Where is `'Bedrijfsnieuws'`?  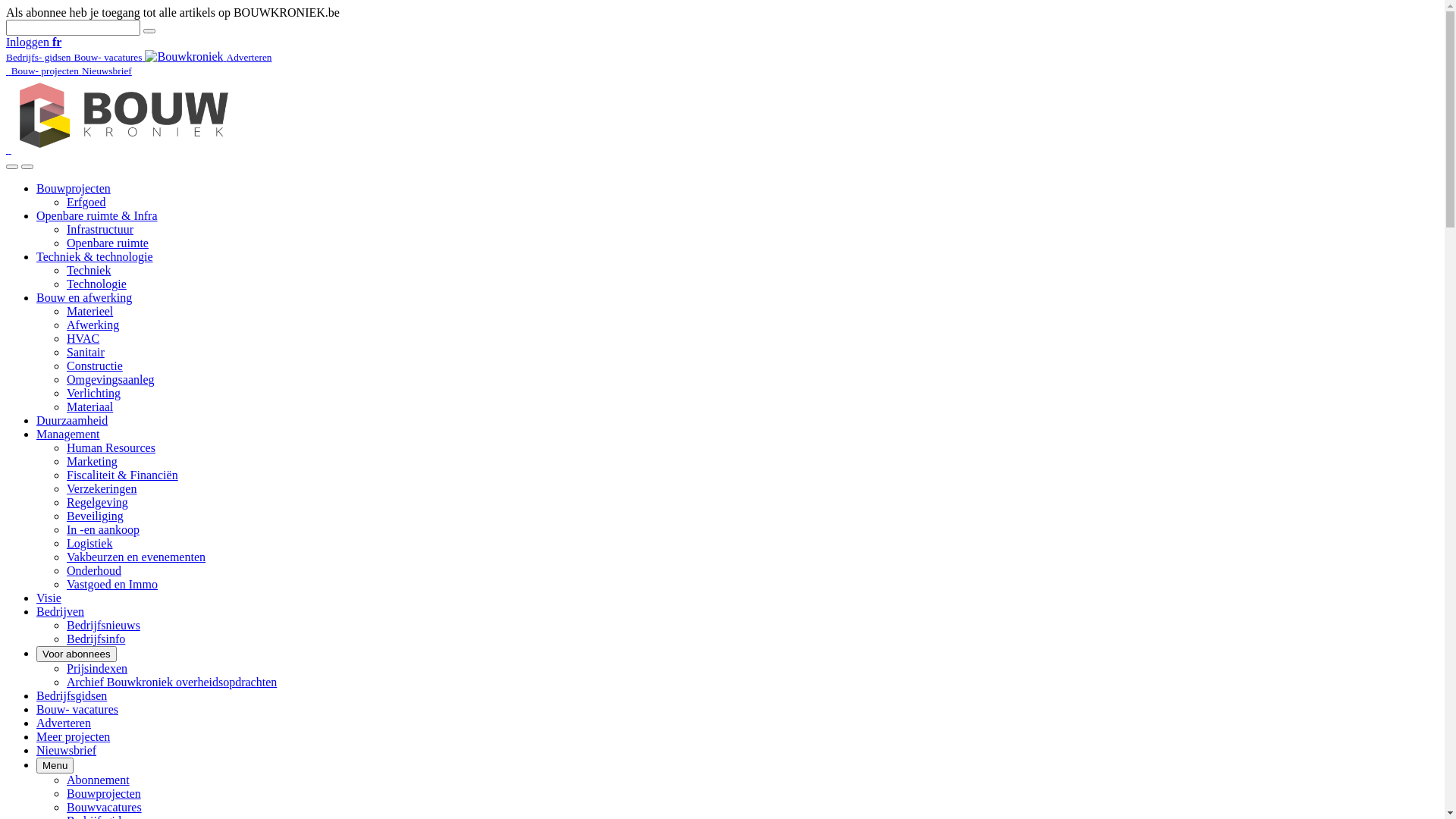
'Bedrijfsnieuws' is located at coordinates (102, 625).